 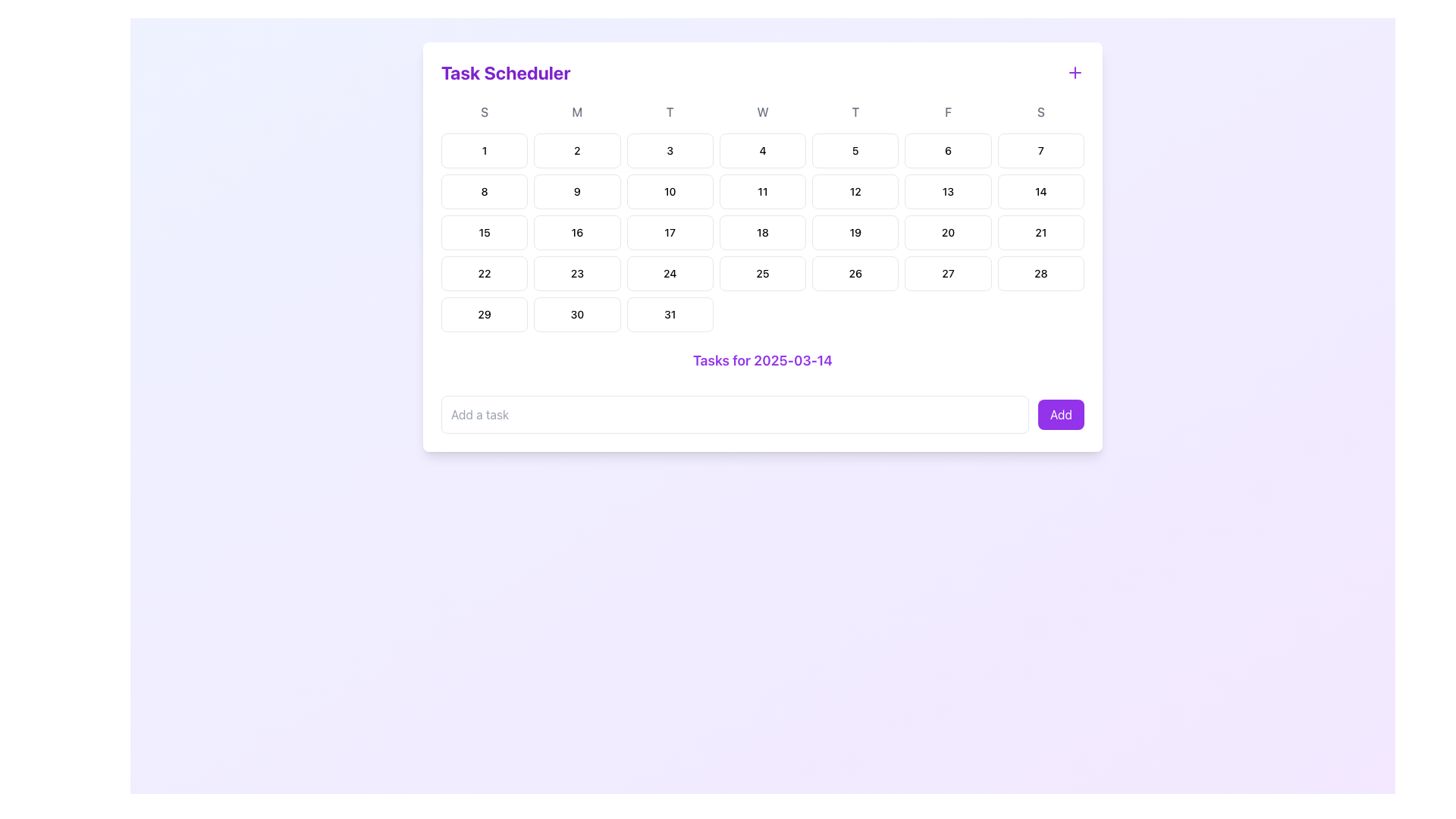 What do you see at coordinates (763, 360) in the screenshot?
I see `the text header indicating the selected date (2025-03-14) located beneath the calendar widget and above the input field with the 'Add' button` at bounding box center [763, 360].